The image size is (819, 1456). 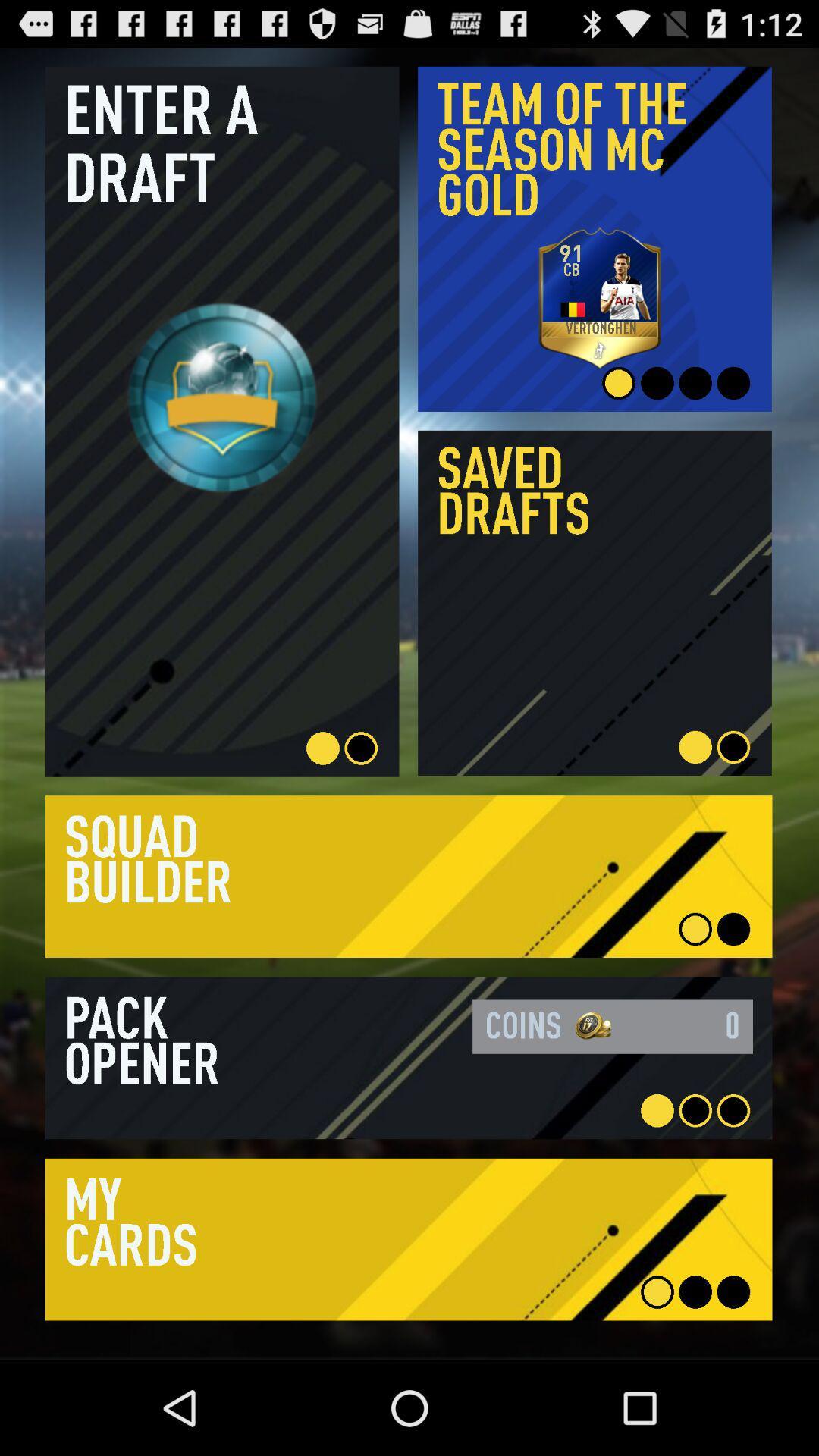 I want to click on to view the item, so click(x=408, y=1057).